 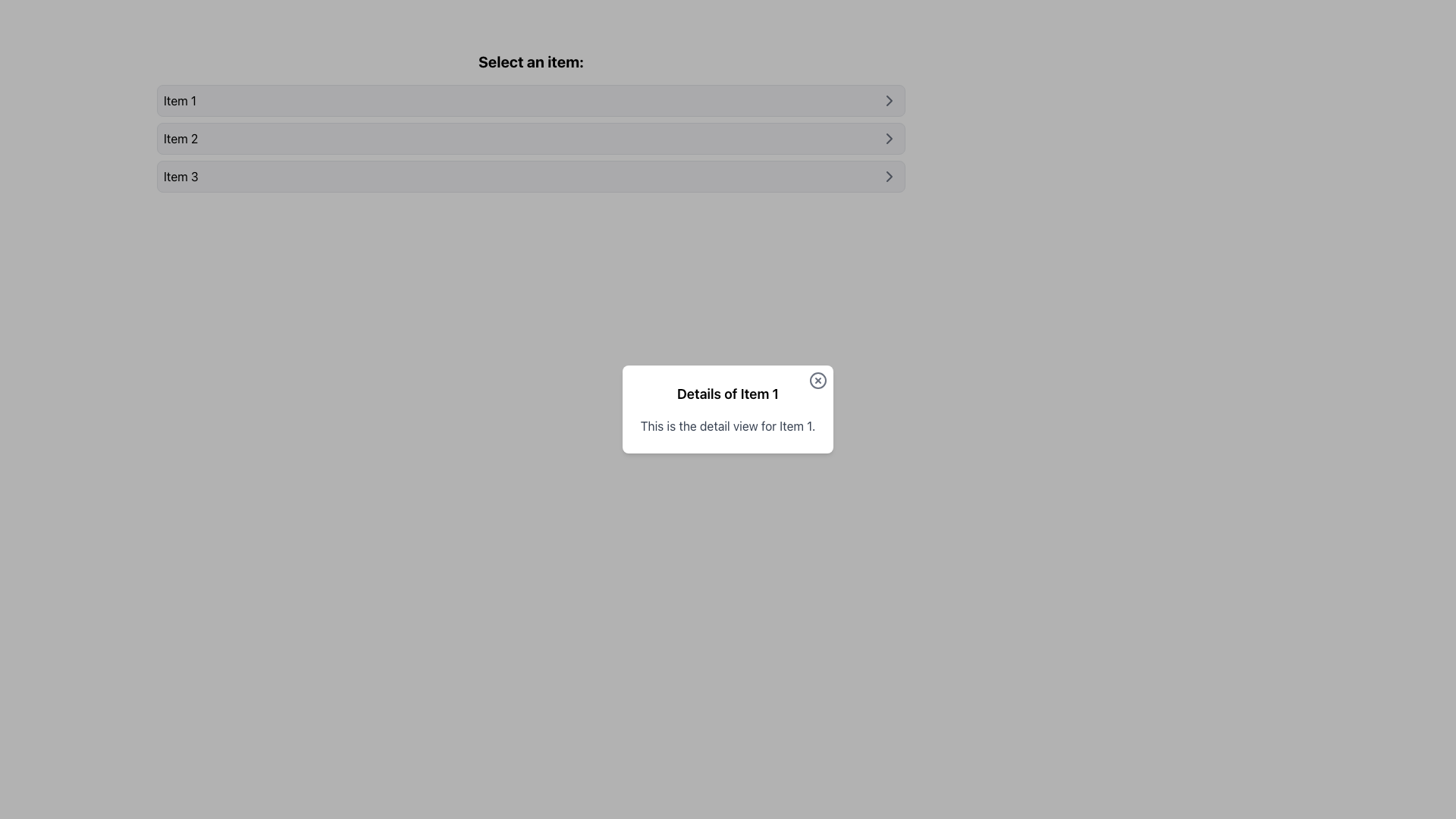 I want to click on the close button located at the top-right corner of the modal titled 'Details of Item 1' to change its color, so click(x=817, y=379).